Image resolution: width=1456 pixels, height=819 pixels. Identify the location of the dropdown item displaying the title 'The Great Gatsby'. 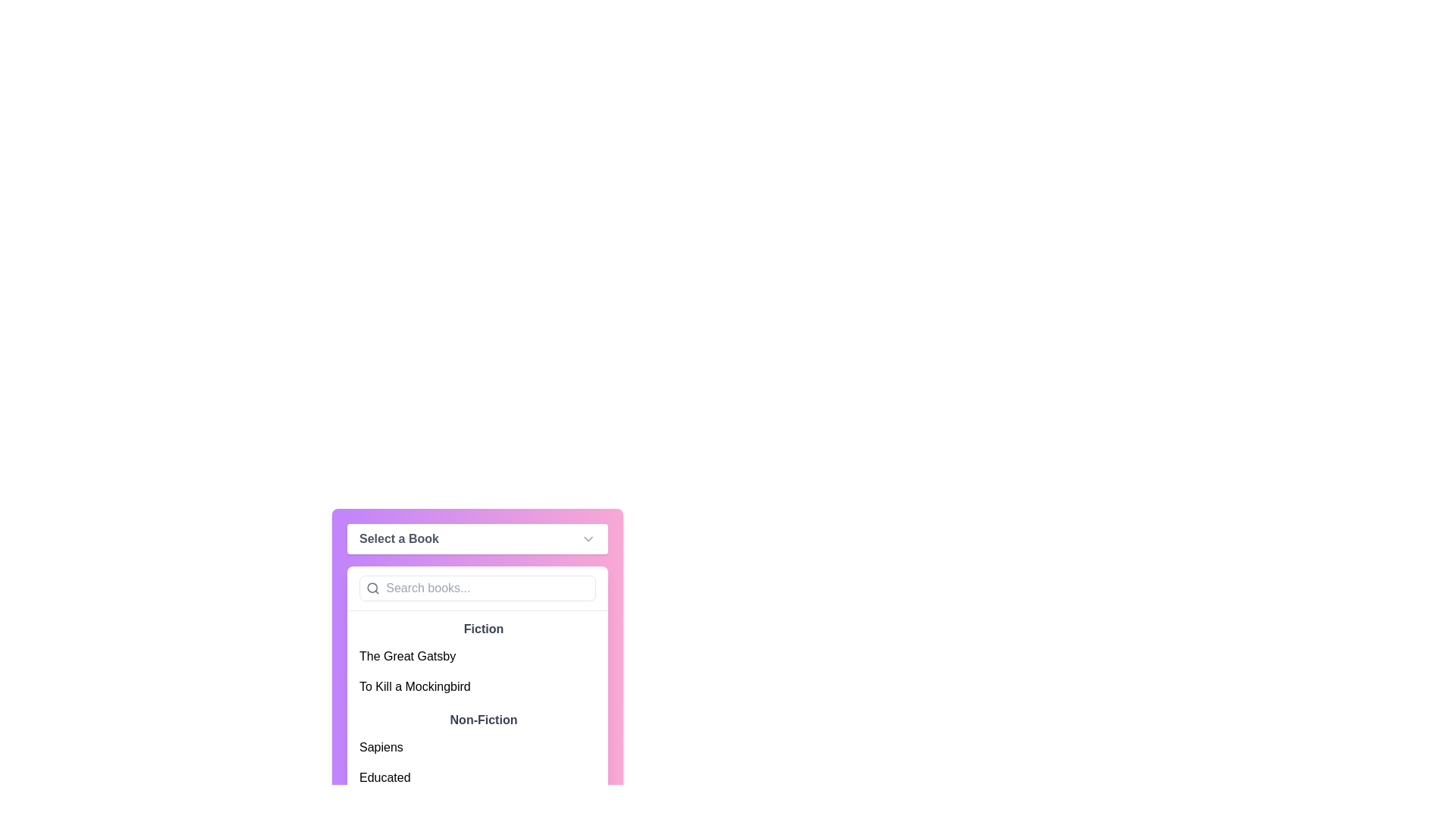
(476, 656).